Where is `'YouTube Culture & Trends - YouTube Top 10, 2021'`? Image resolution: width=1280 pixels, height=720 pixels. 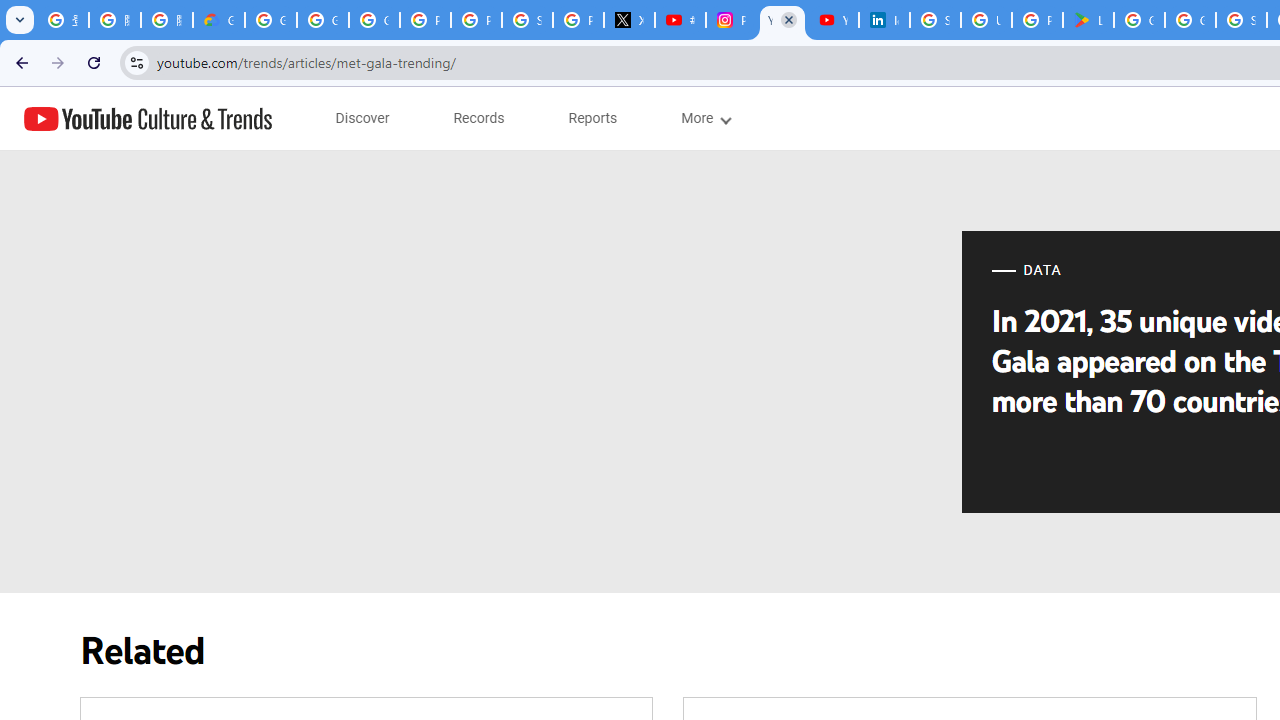
'YouTube Culture & Trends - YouTube Top 10, 2021' is located at coordinates (833, 20).